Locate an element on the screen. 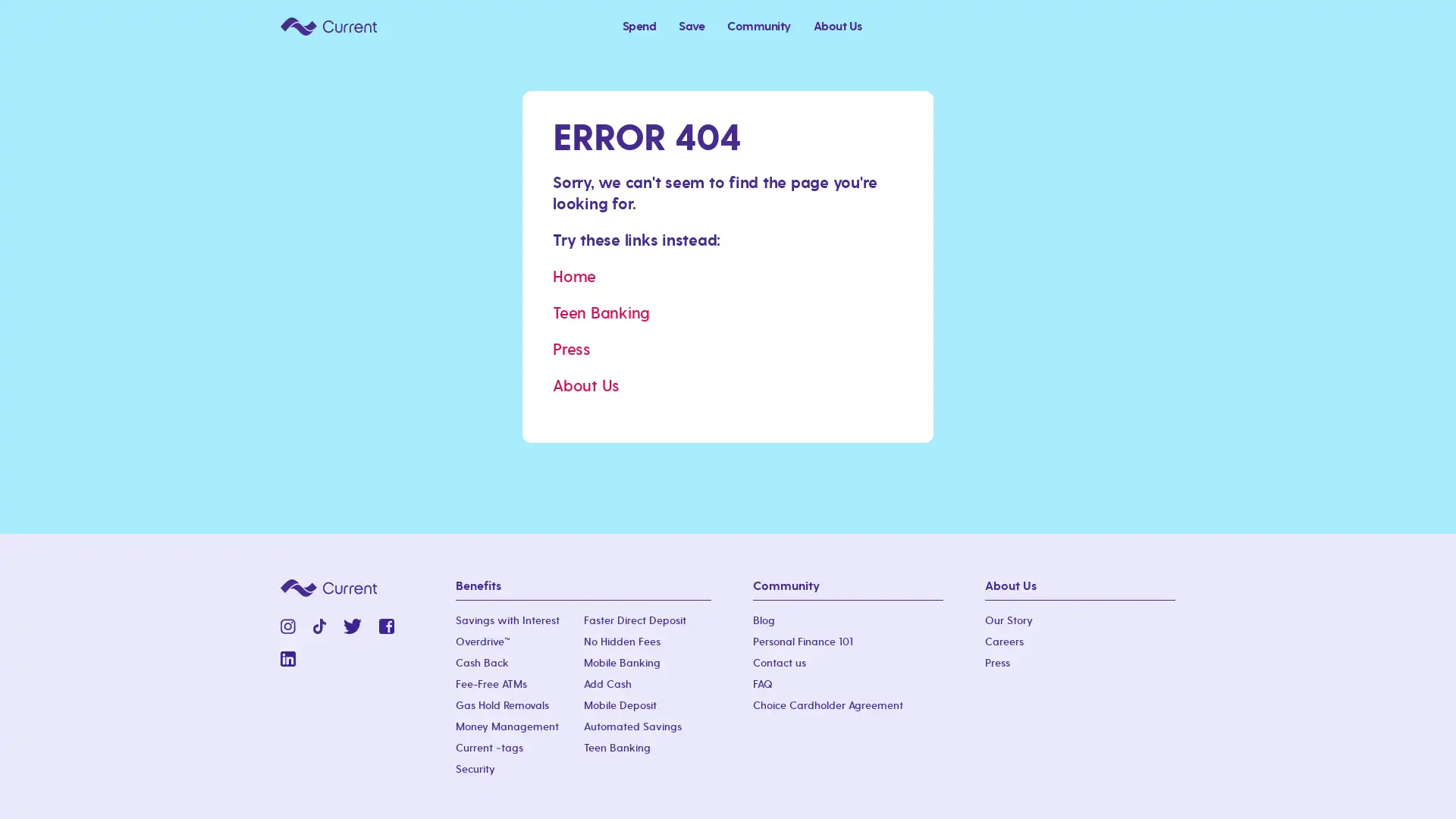  Our Story is located at coordinates (1009, 620).